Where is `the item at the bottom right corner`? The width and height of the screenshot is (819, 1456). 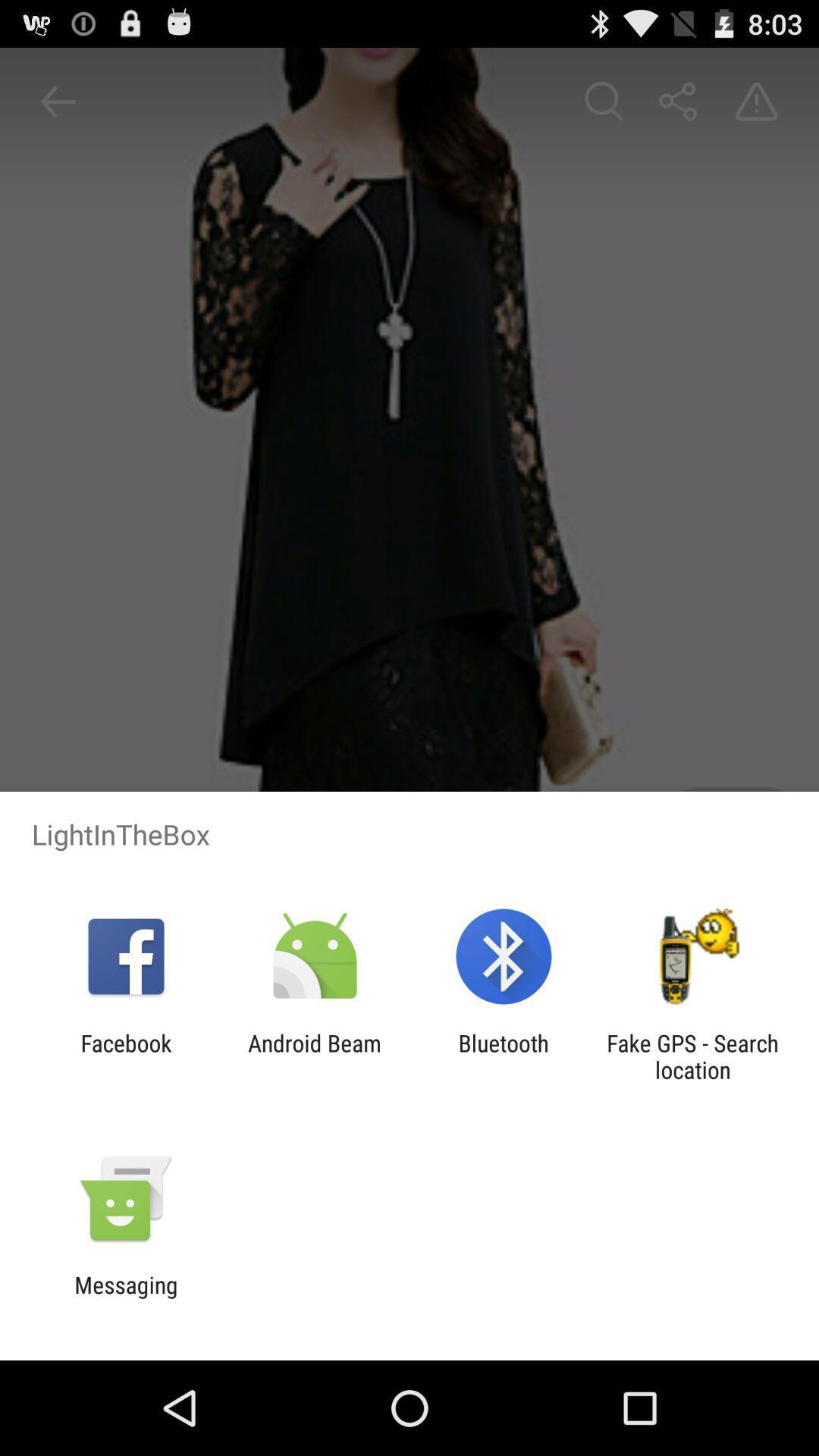
the item at the bottom right corner is located at coordinates (692, 1056).